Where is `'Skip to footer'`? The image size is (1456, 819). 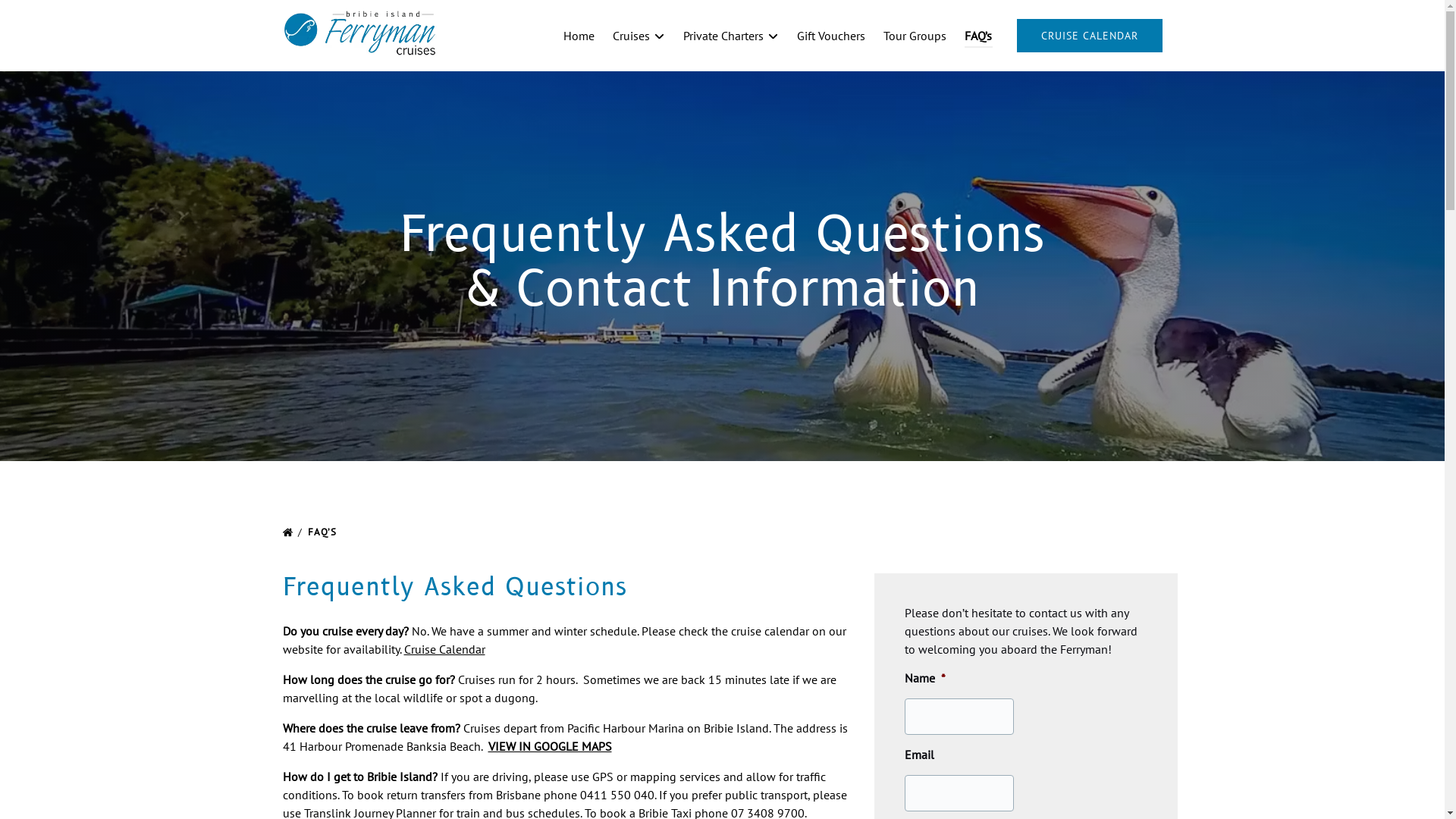 'Skip to footer' is located at coordinates (42, 17).